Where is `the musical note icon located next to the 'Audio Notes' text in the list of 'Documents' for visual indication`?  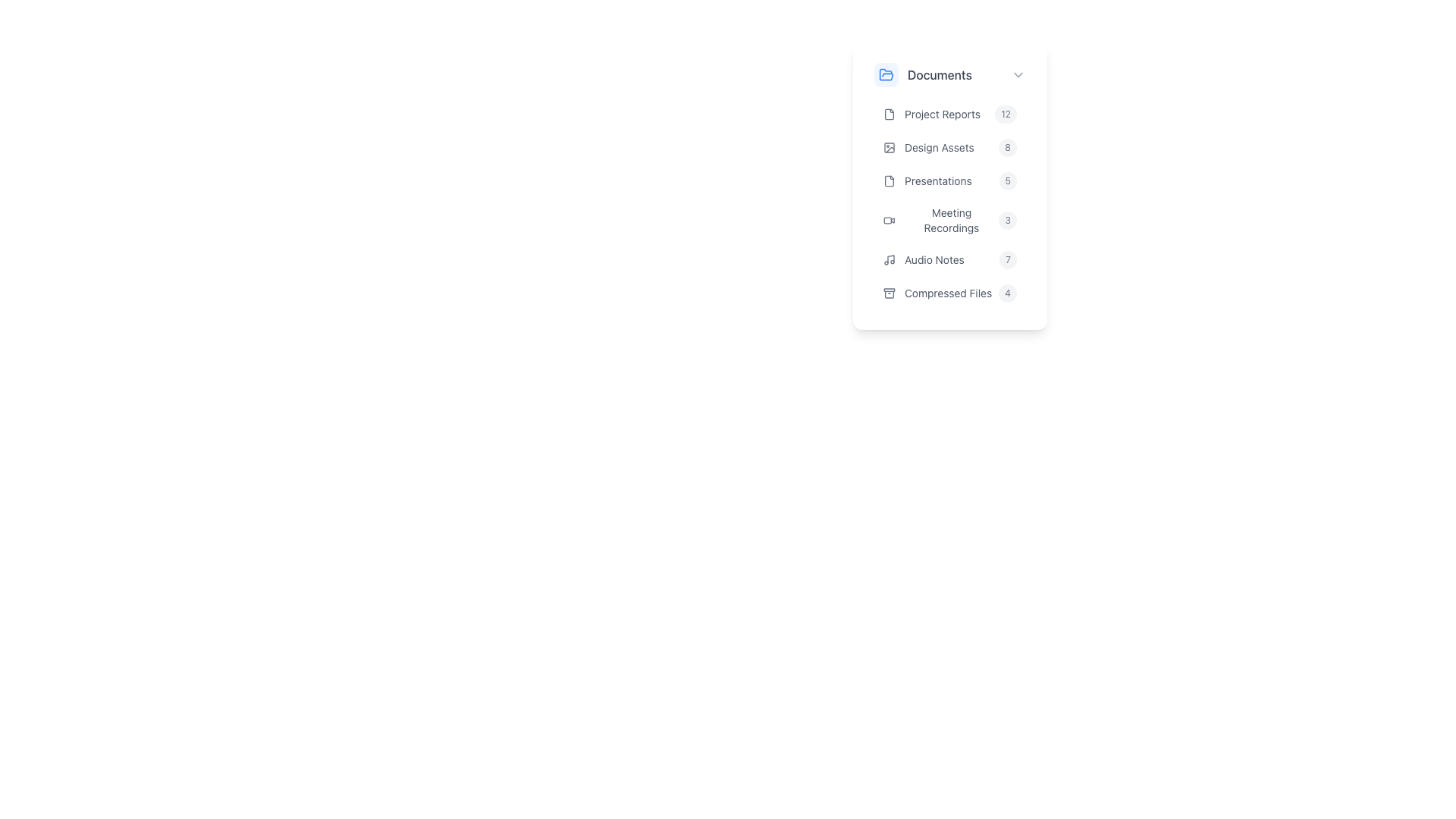
the musical note icon located next to the 'Audio Notes' text in the list of 'Documents' for visual indication is located at coordinates (889, 259).